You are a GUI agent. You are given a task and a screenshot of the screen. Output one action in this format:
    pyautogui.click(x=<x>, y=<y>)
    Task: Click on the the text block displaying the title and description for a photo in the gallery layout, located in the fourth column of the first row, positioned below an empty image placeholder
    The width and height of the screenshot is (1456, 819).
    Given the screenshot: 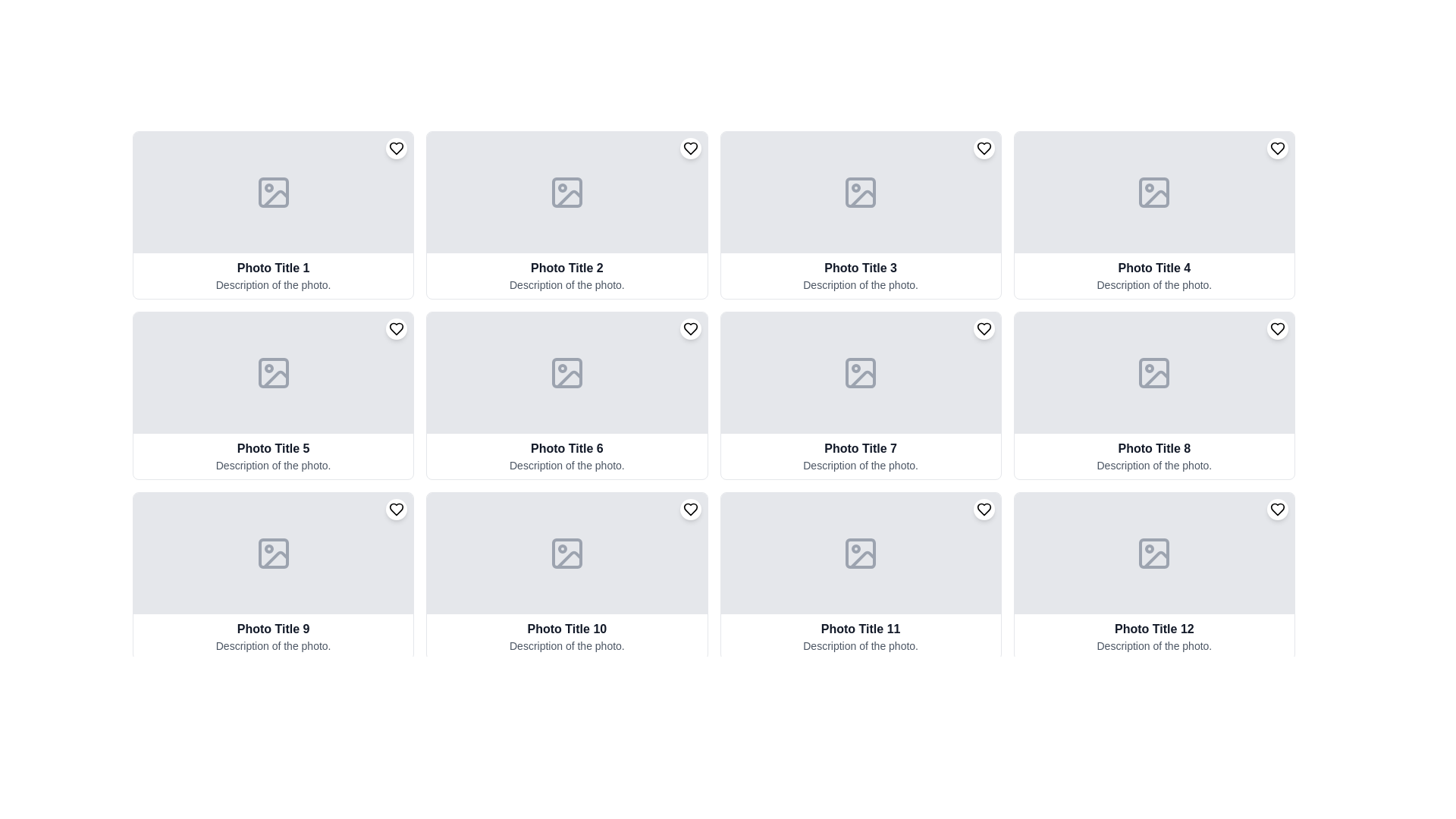 What is the action you would take?
    pyautogui.click(x=1153, y=275)
    